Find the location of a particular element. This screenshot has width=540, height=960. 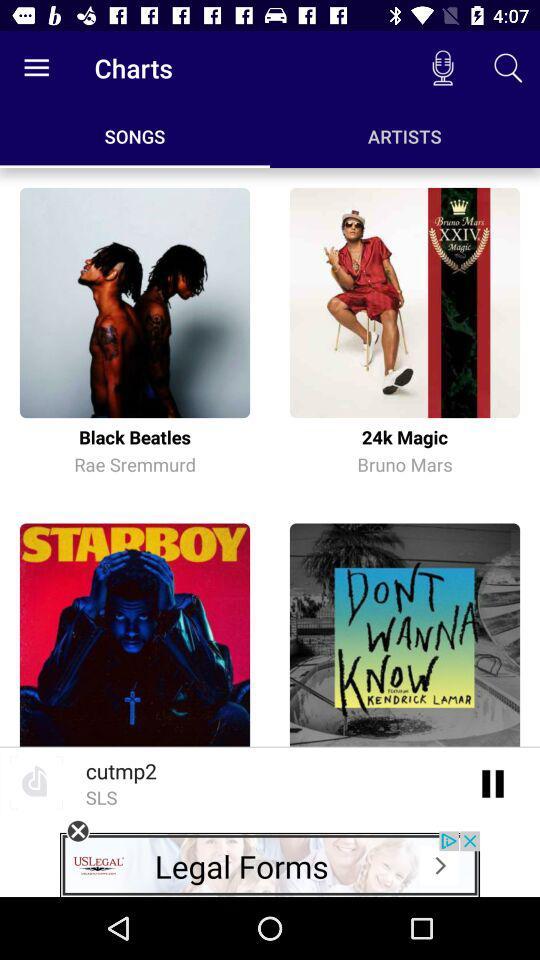

the pause icon is located at coordinates (492, 782).